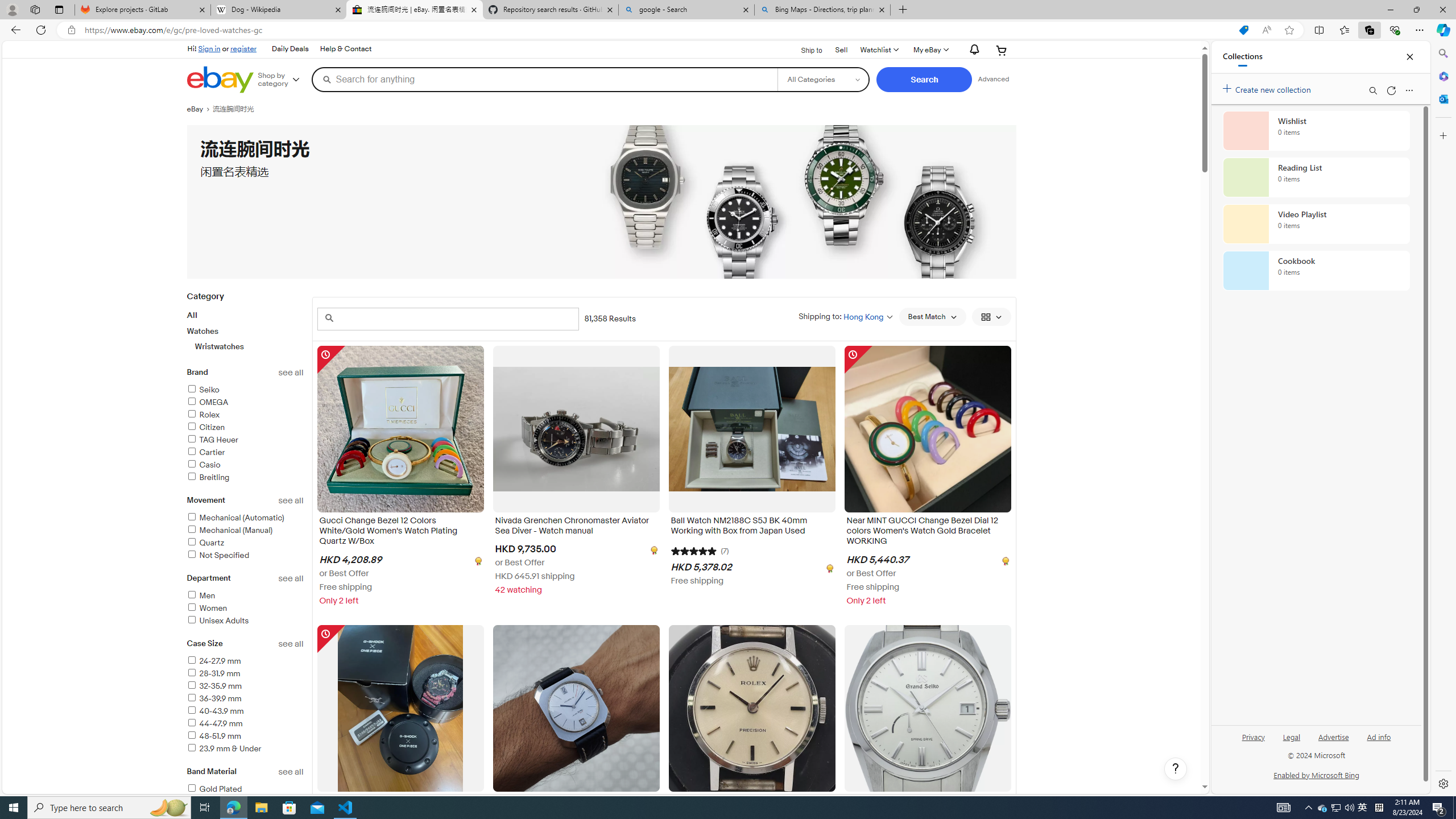  I want to click on 'Ship to', so click(804, 49).